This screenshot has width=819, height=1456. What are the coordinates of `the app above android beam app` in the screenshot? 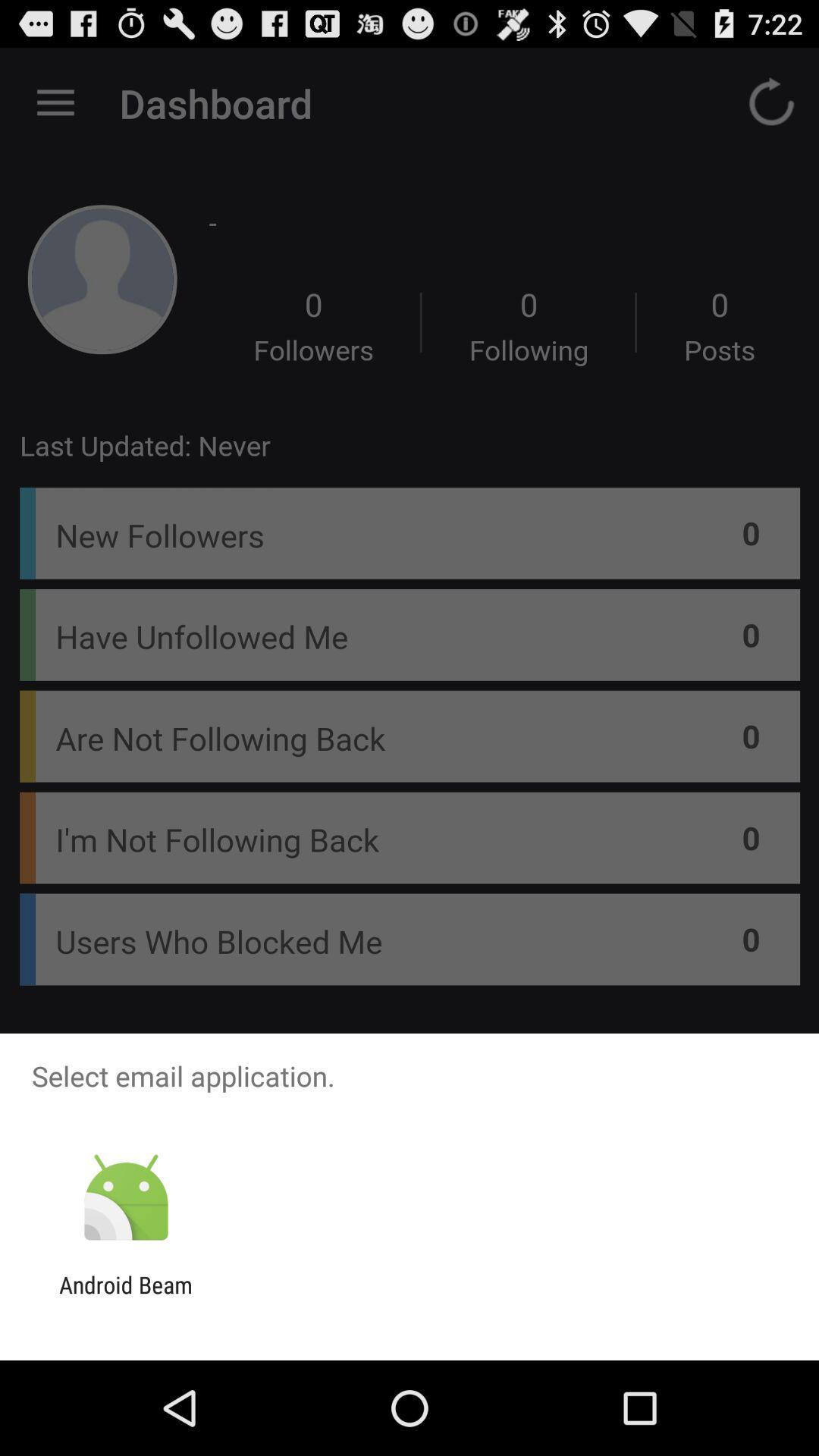 It's located at (125, 1197).